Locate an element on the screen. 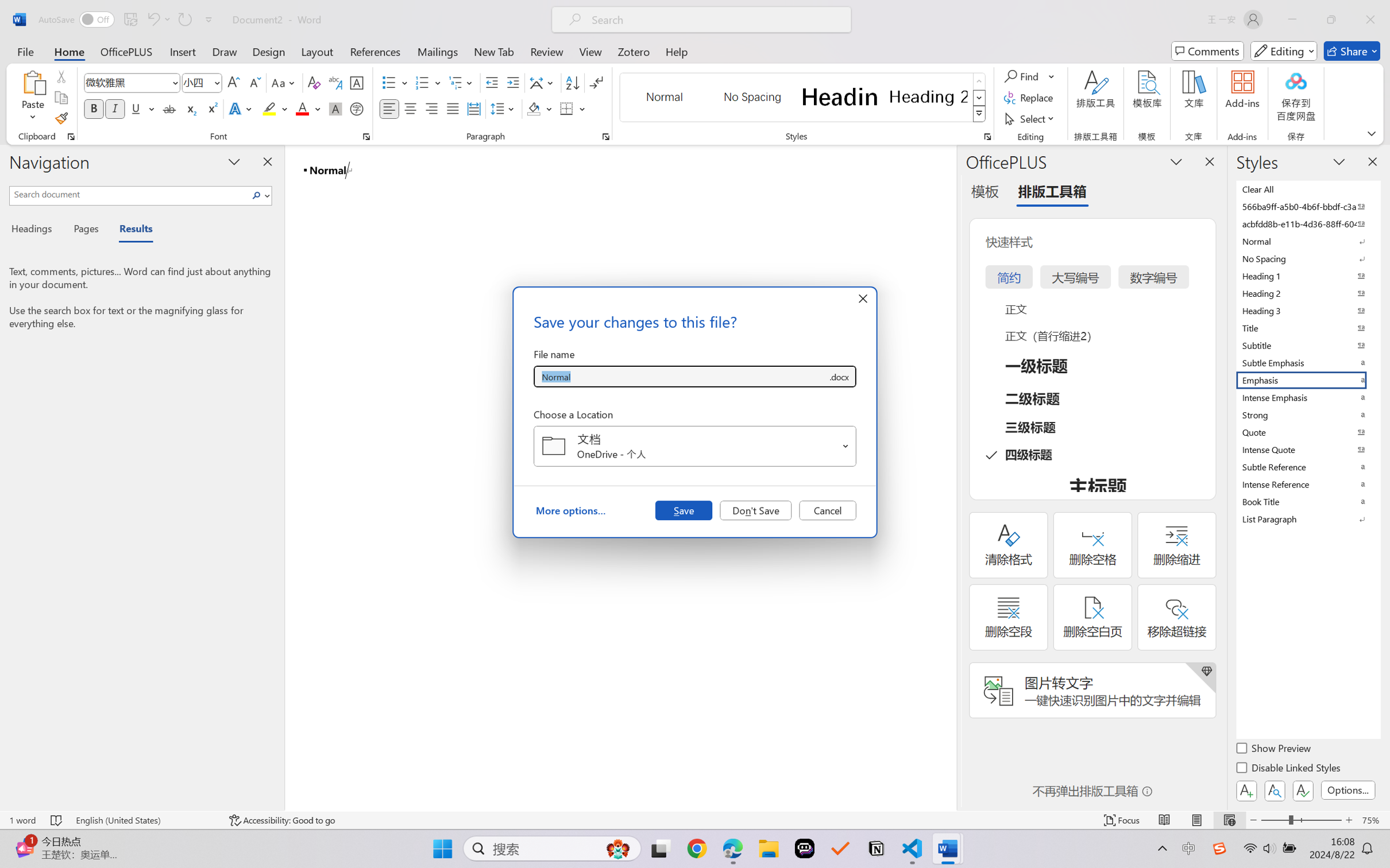 The image size is (1390, 868). 'Font Color' is located at coordinates (308, 108).